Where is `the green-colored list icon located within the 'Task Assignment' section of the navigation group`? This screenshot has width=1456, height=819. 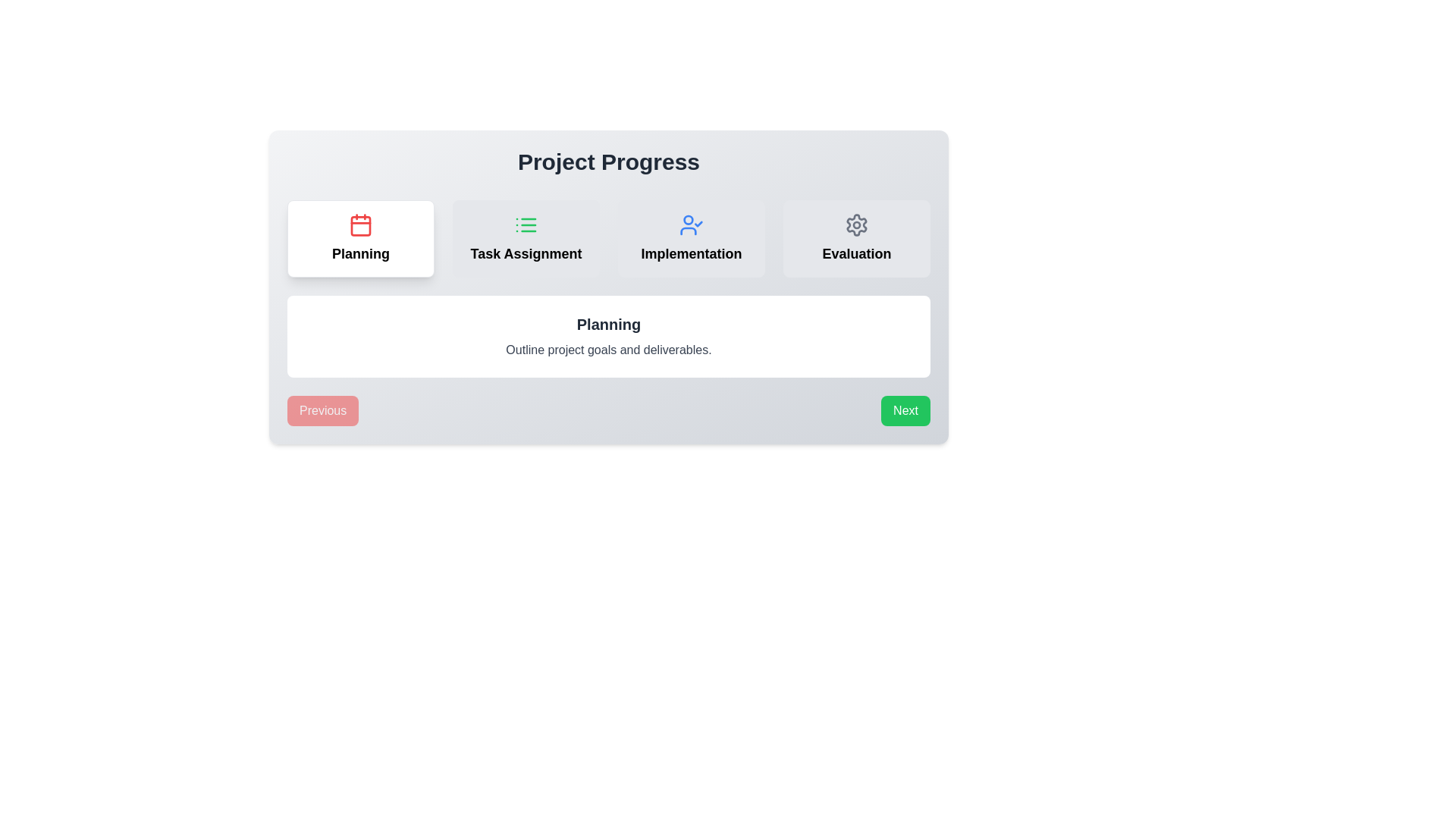
the green-colored list icon located within the 'Task Assignment' section of the navigation group is located at coordinates (526, 225).